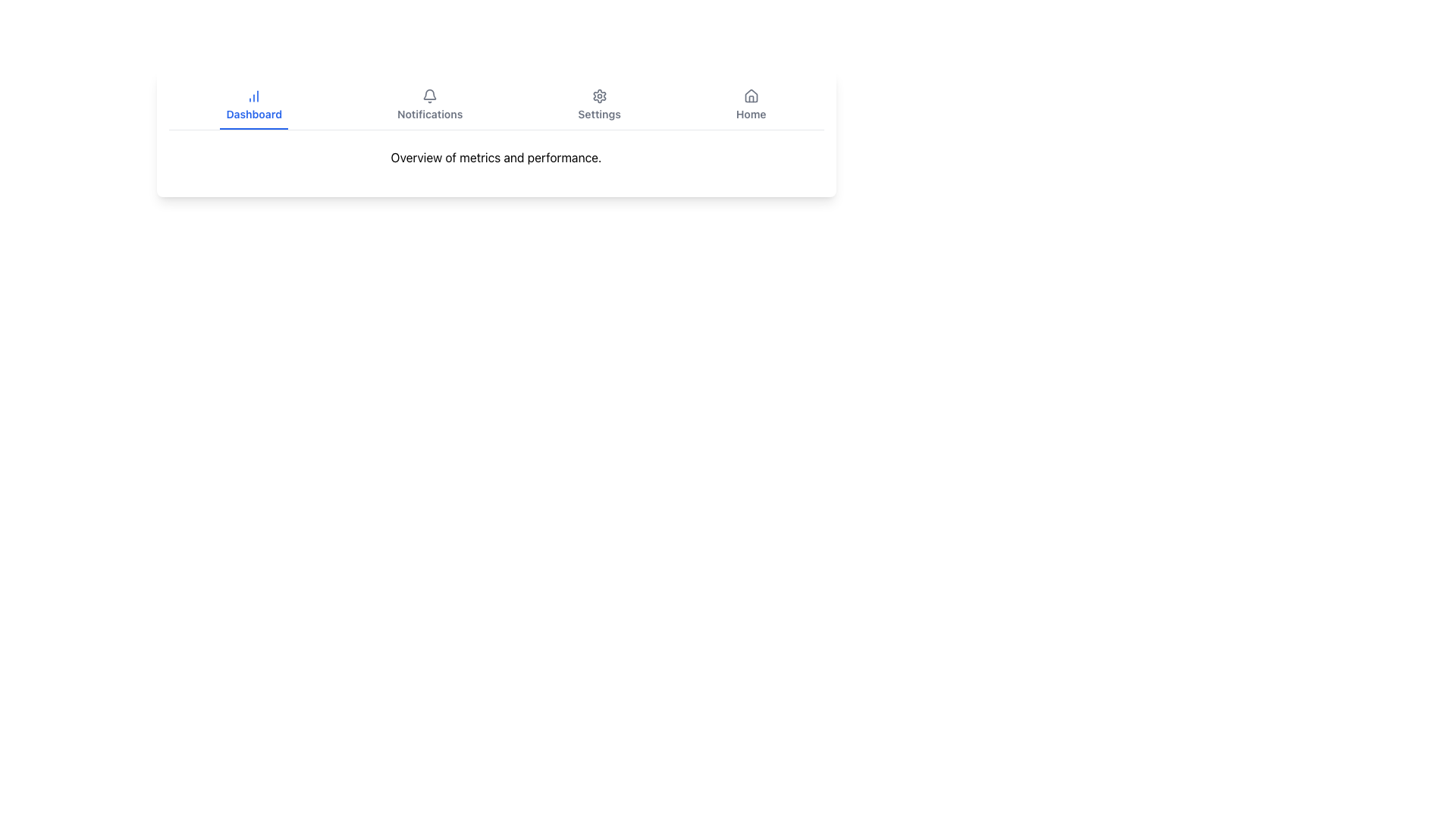 This screenshot has width=1456, height=819. I want to click on the notifications icon (bell) located at the top navigation bar, so click(428, 96).